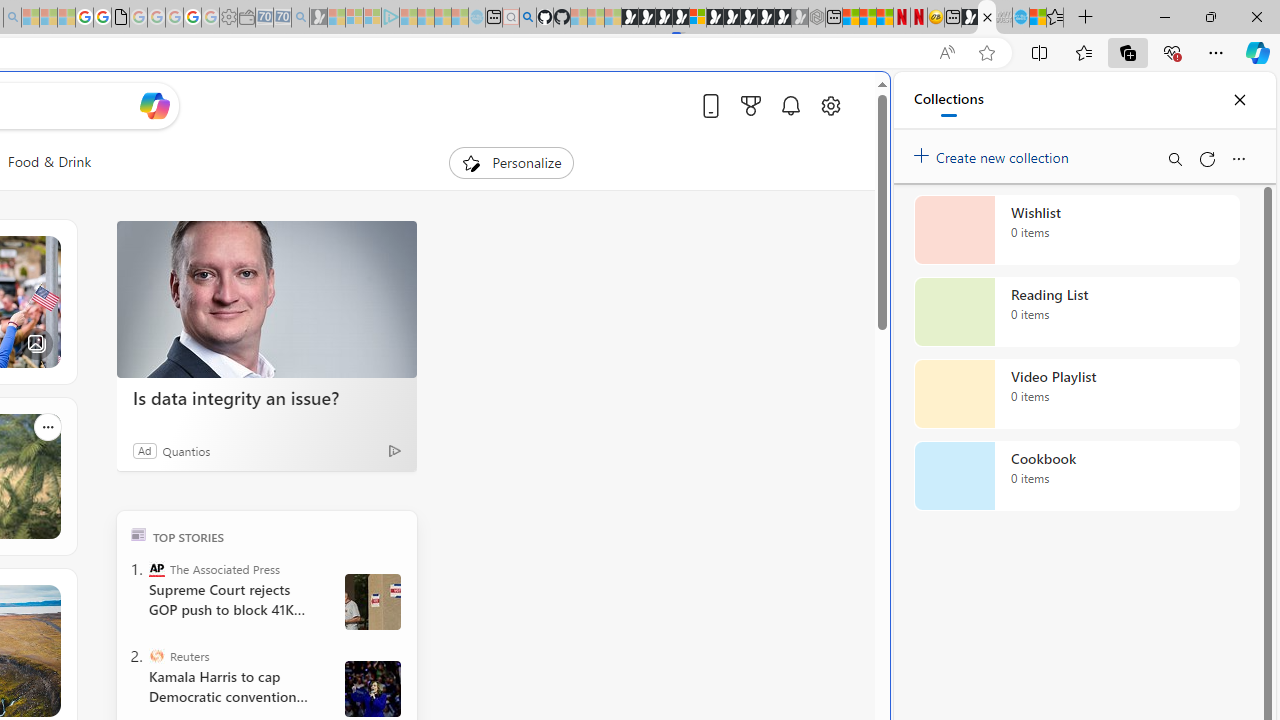 The image size is (1280, 720). What do you see at coordinates (528, 17) in the screenshot?
I see `'github - Search'` at bounding box center [528, 17].